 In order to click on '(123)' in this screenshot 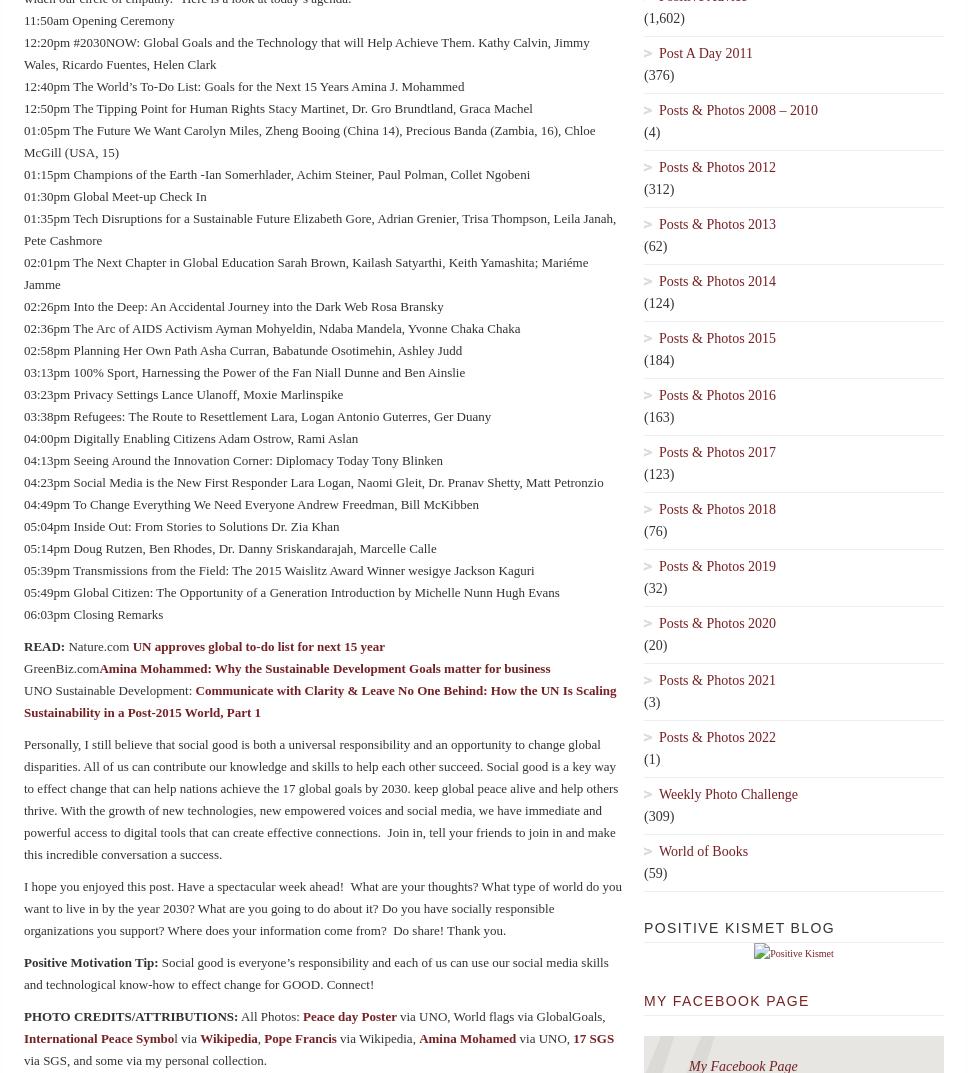, I will do `click(659, 474)`.